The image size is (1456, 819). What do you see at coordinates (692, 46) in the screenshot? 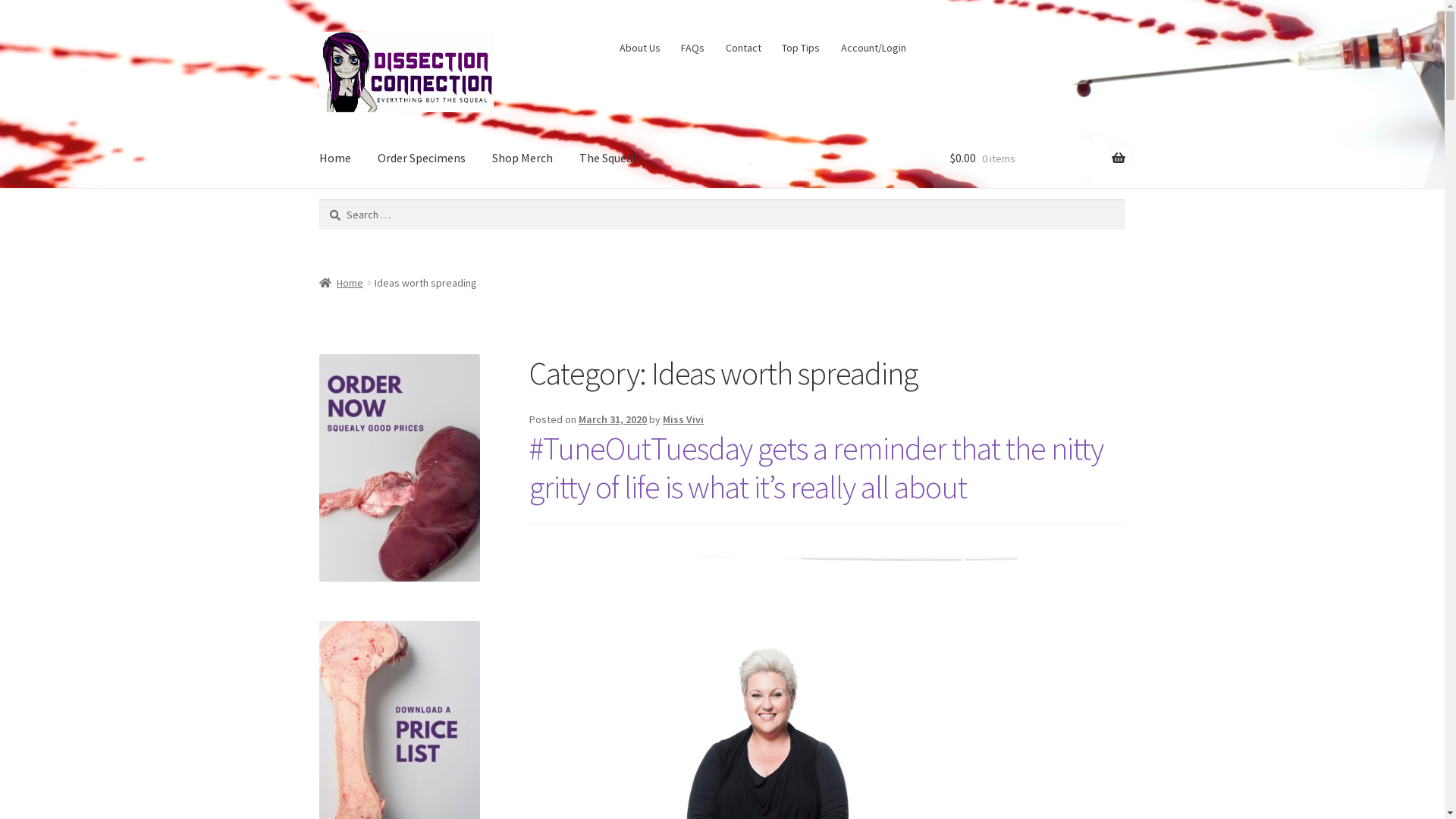
I see `'FAQs'` at bounding box center [692, 46].